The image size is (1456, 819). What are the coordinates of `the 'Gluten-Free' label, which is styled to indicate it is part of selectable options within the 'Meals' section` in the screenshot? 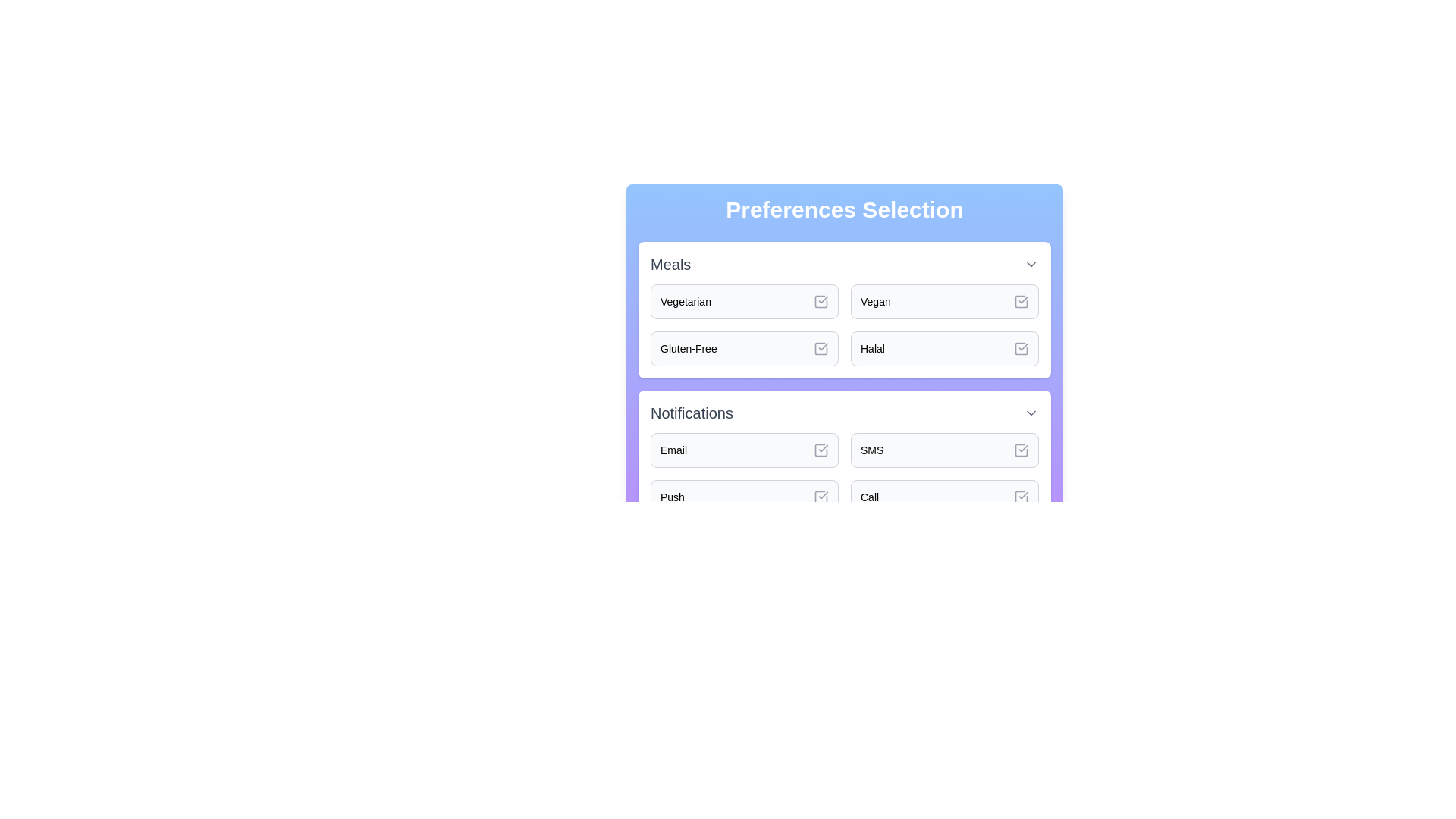 It's located at (688, 348).